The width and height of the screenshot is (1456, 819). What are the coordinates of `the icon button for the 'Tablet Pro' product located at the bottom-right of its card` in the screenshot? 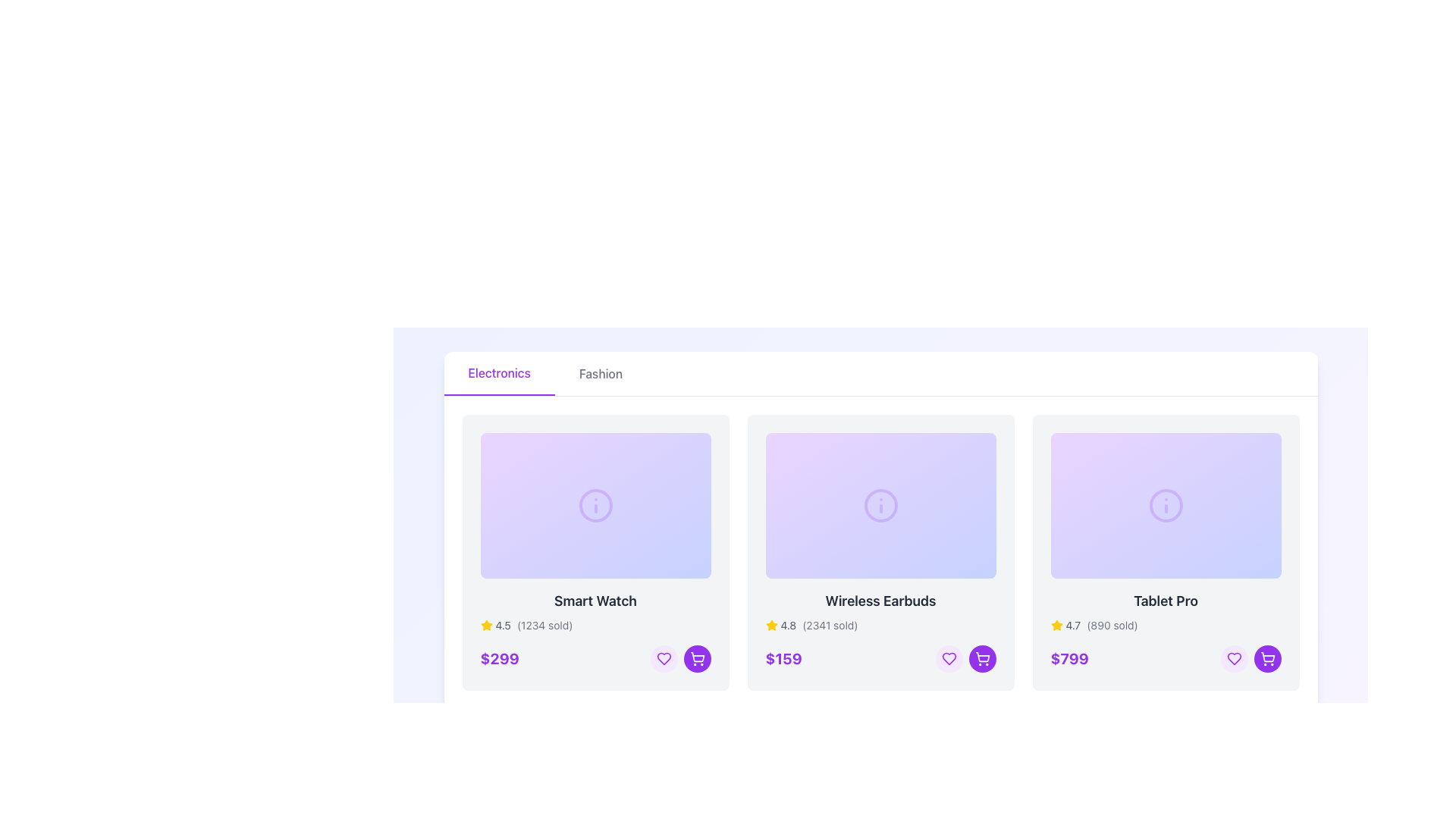 It's located at (982, 657).